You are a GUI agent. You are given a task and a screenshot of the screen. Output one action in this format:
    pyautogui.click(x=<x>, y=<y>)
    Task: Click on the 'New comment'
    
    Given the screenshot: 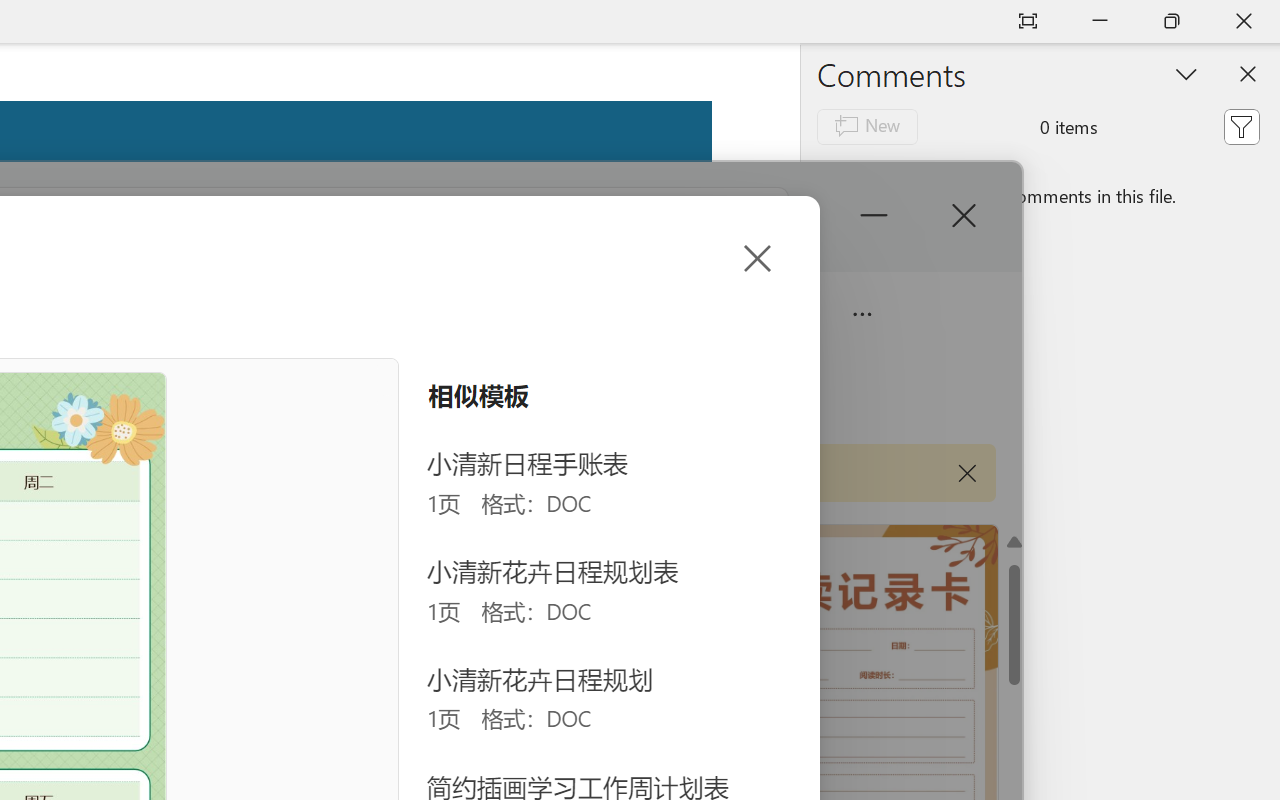 What is the action you would take?
    pyautogui.click(x=867, y=125)
    